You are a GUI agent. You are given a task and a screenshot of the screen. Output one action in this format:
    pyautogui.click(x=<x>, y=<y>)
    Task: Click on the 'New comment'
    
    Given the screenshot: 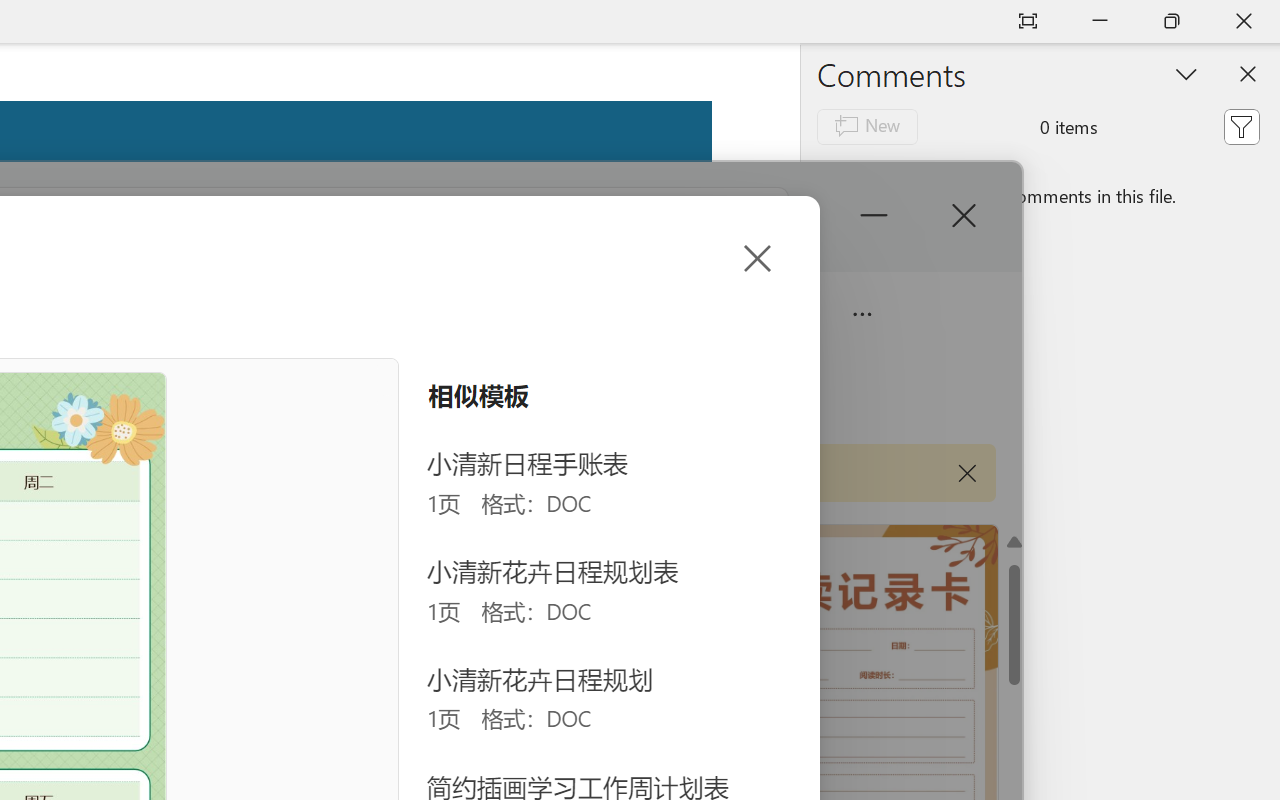 What is the action you would take?
    pyautogui.click(x=867, y=125)
    